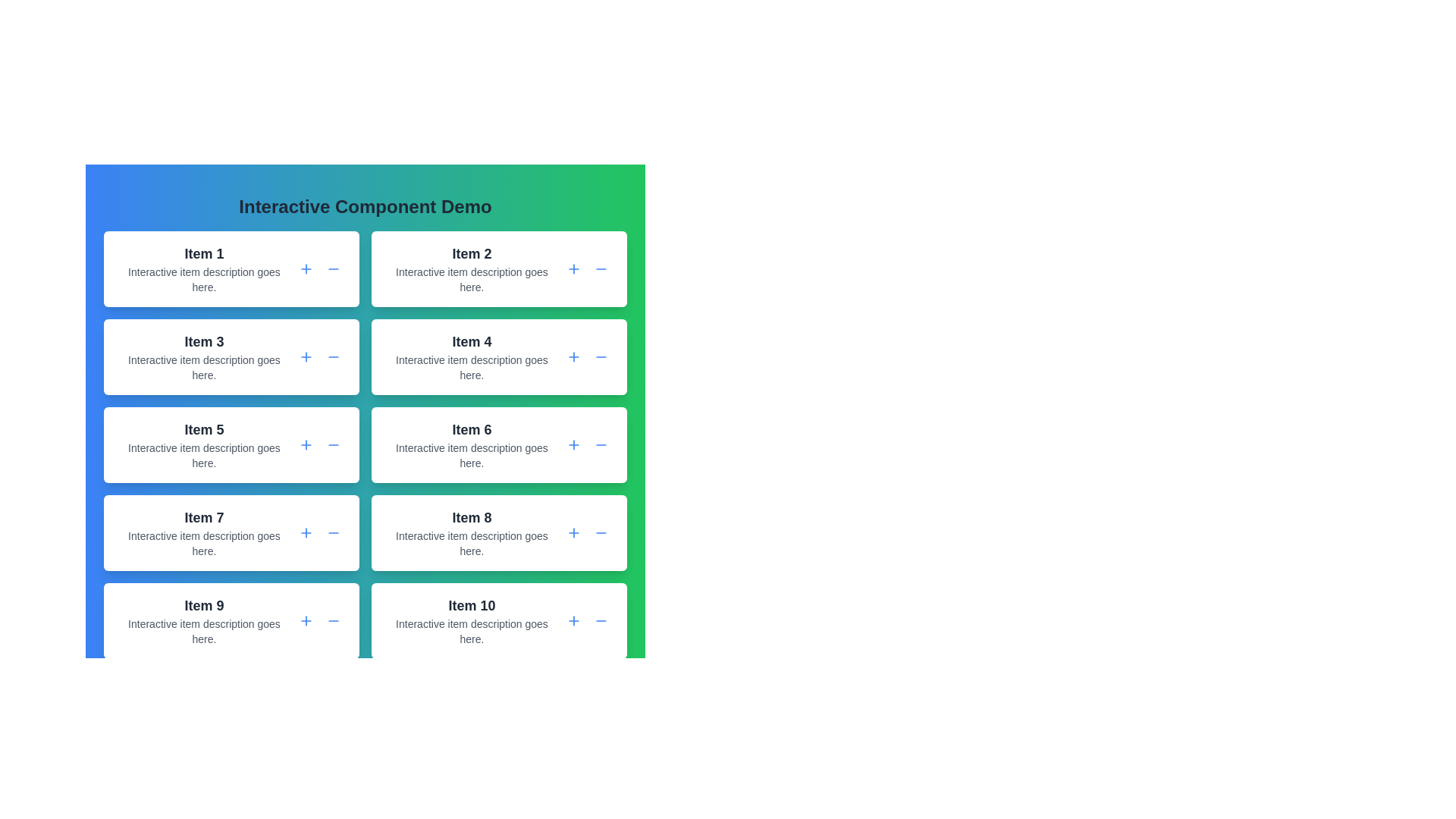  What do you see at coordinates (573, 444) in the screenshot?
I see `the 'add' icon located beside the '-' icon in the 'Item 6' section to trigger tooltip or visual feedback` at bounding box center [573, 444].